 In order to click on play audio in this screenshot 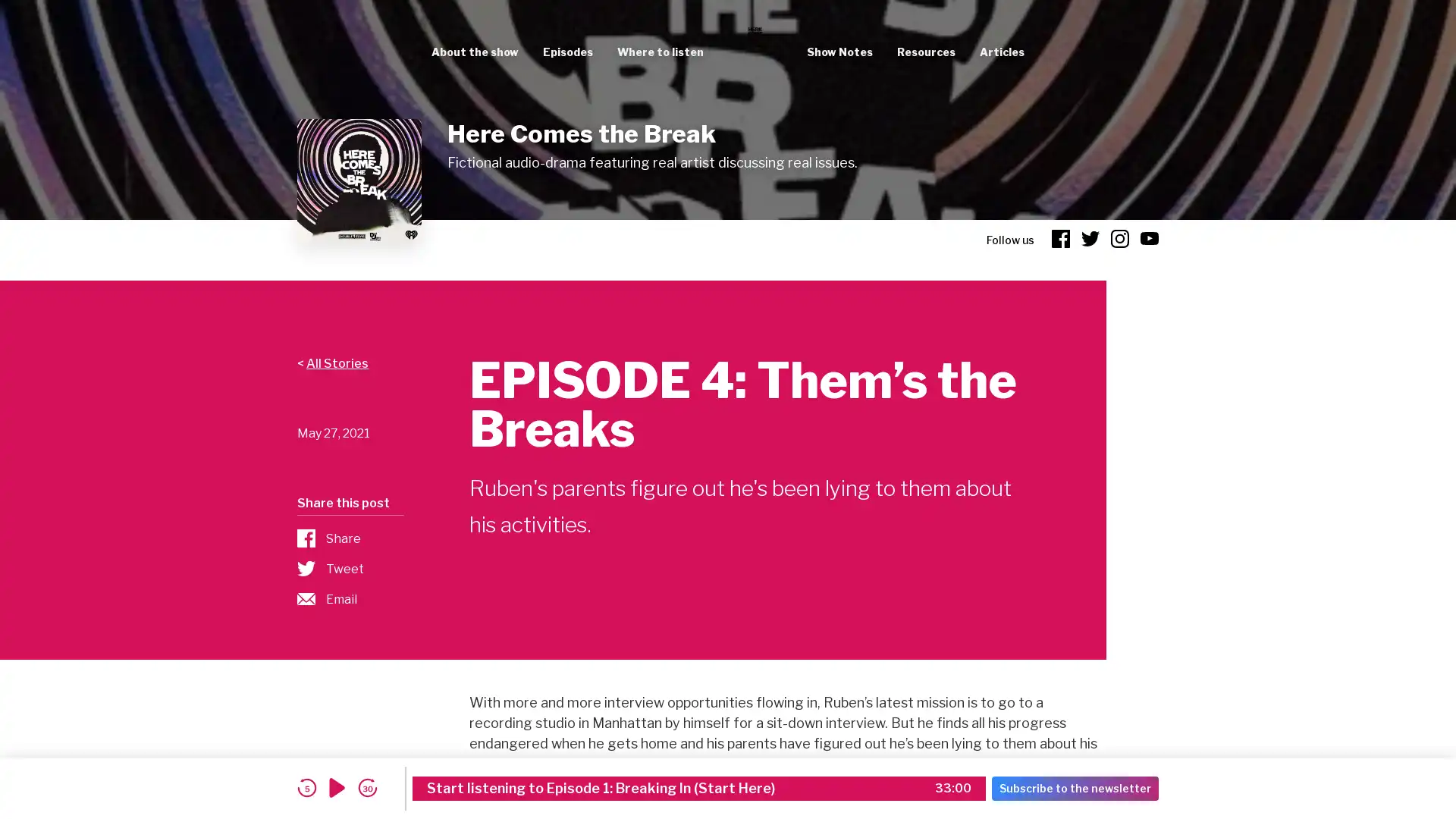, I will do `click(337, 787)`.